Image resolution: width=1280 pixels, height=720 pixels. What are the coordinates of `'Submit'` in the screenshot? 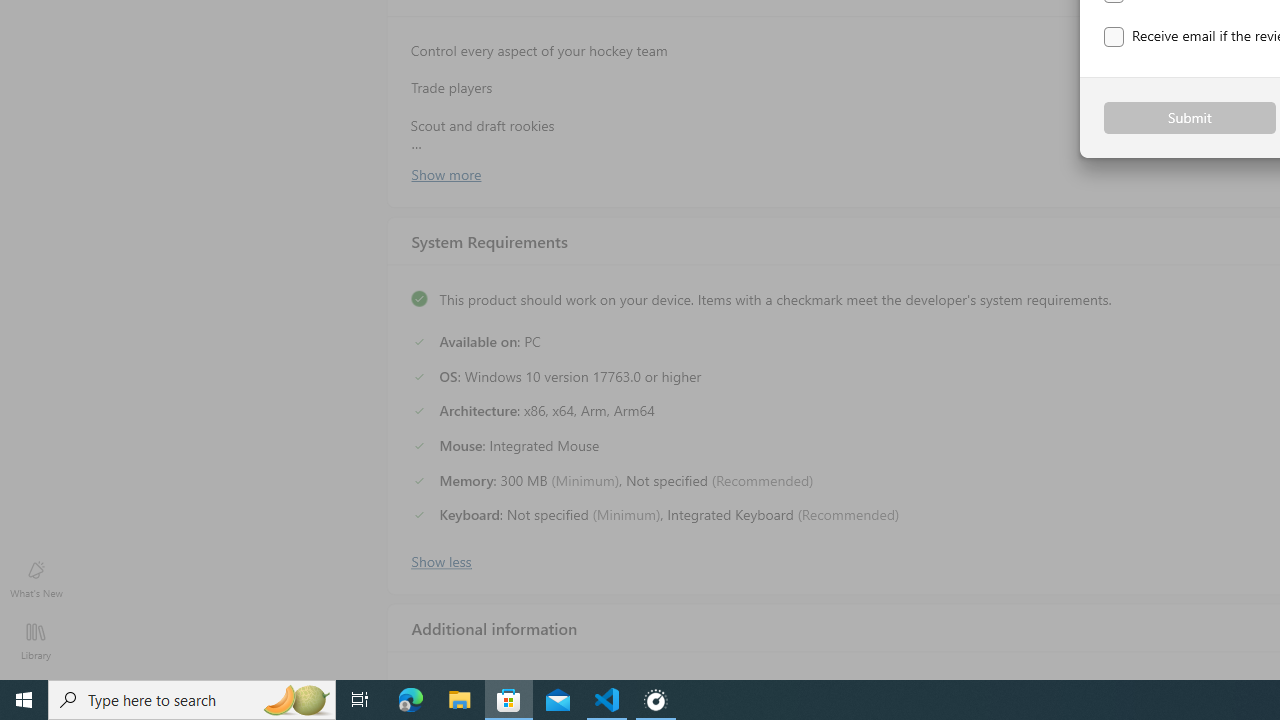 It's located at (1189, 118).